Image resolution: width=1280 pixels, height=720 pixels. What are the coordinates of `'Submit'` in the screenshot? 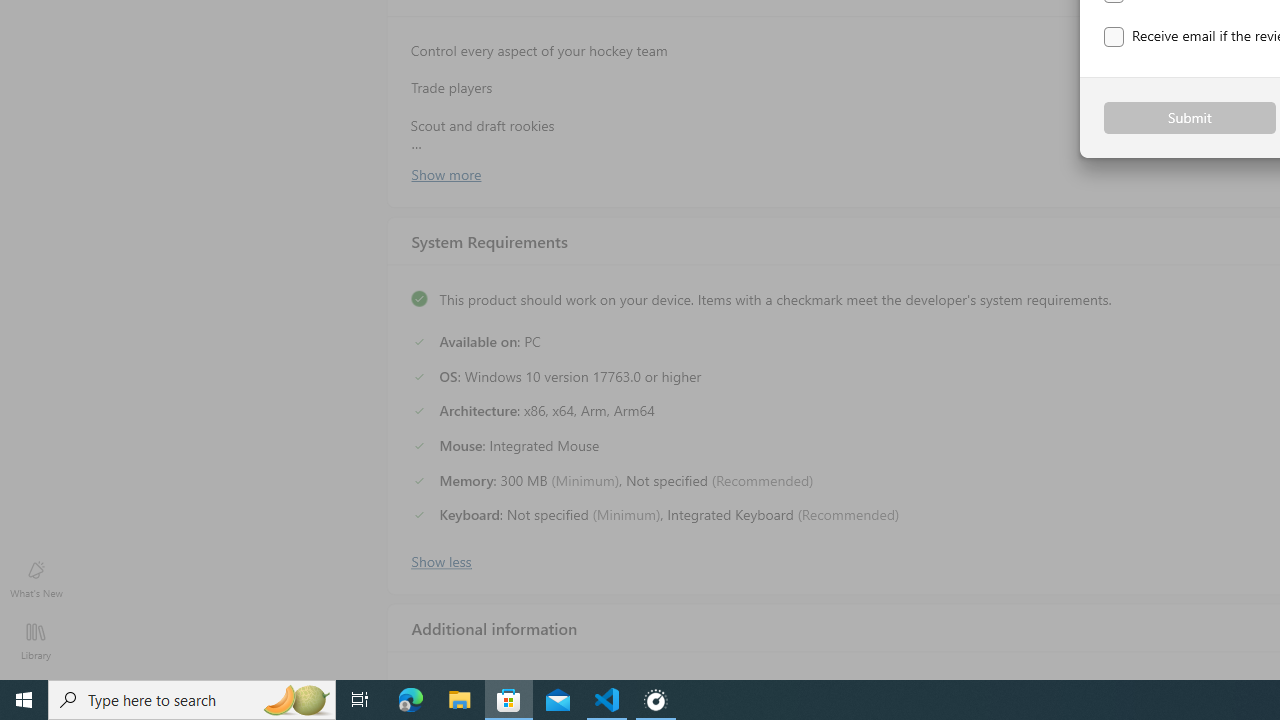 It's located at (1189, 118).